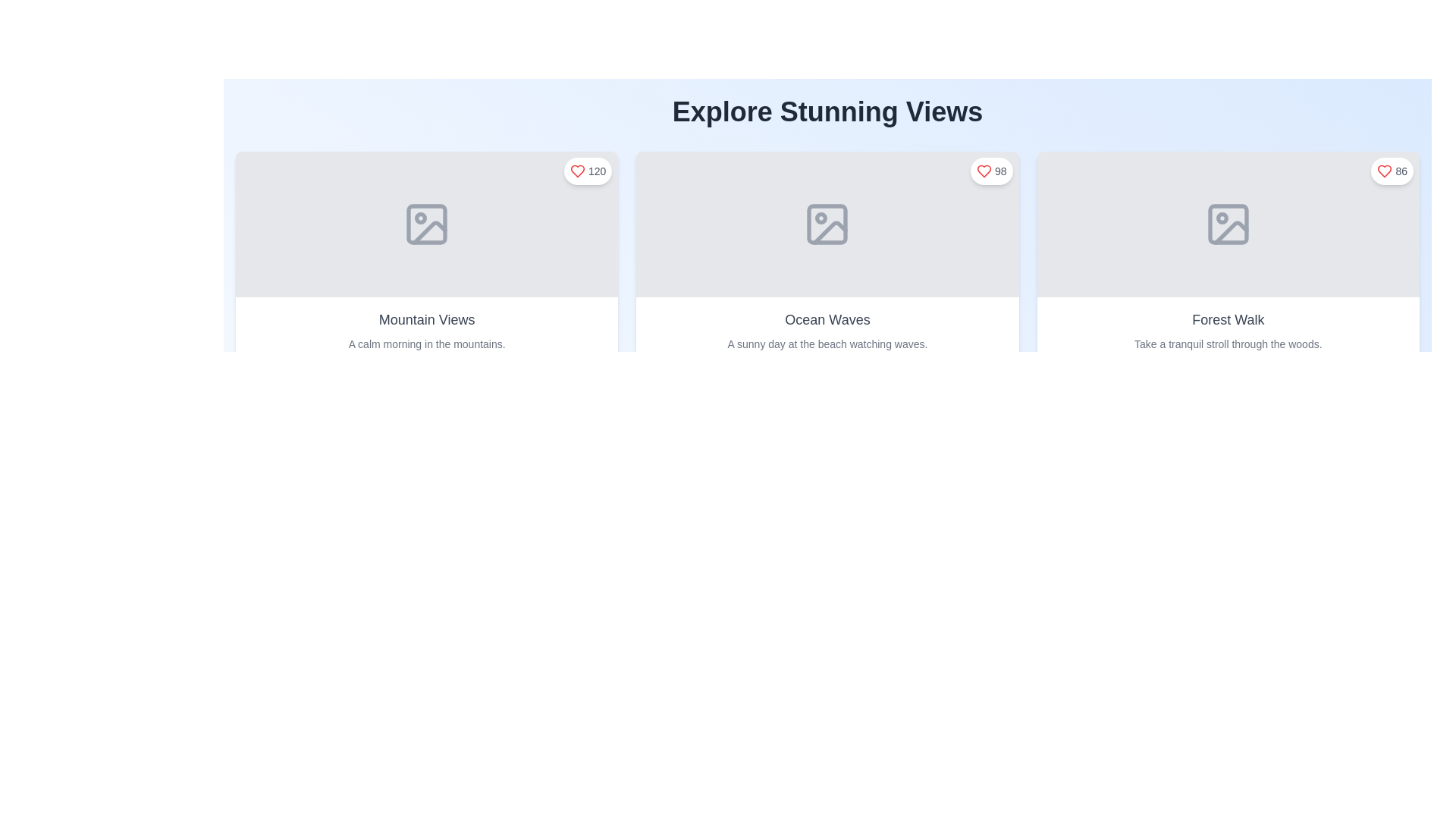 This screenshot has width=1456, height=819. What do you see at coordinates (596, 171) in the screenshot?
I see `the static text element displaying the number '120', located in the top-right corner of the first card, to the right of the red heart icon` at bounding box center [596, 171].